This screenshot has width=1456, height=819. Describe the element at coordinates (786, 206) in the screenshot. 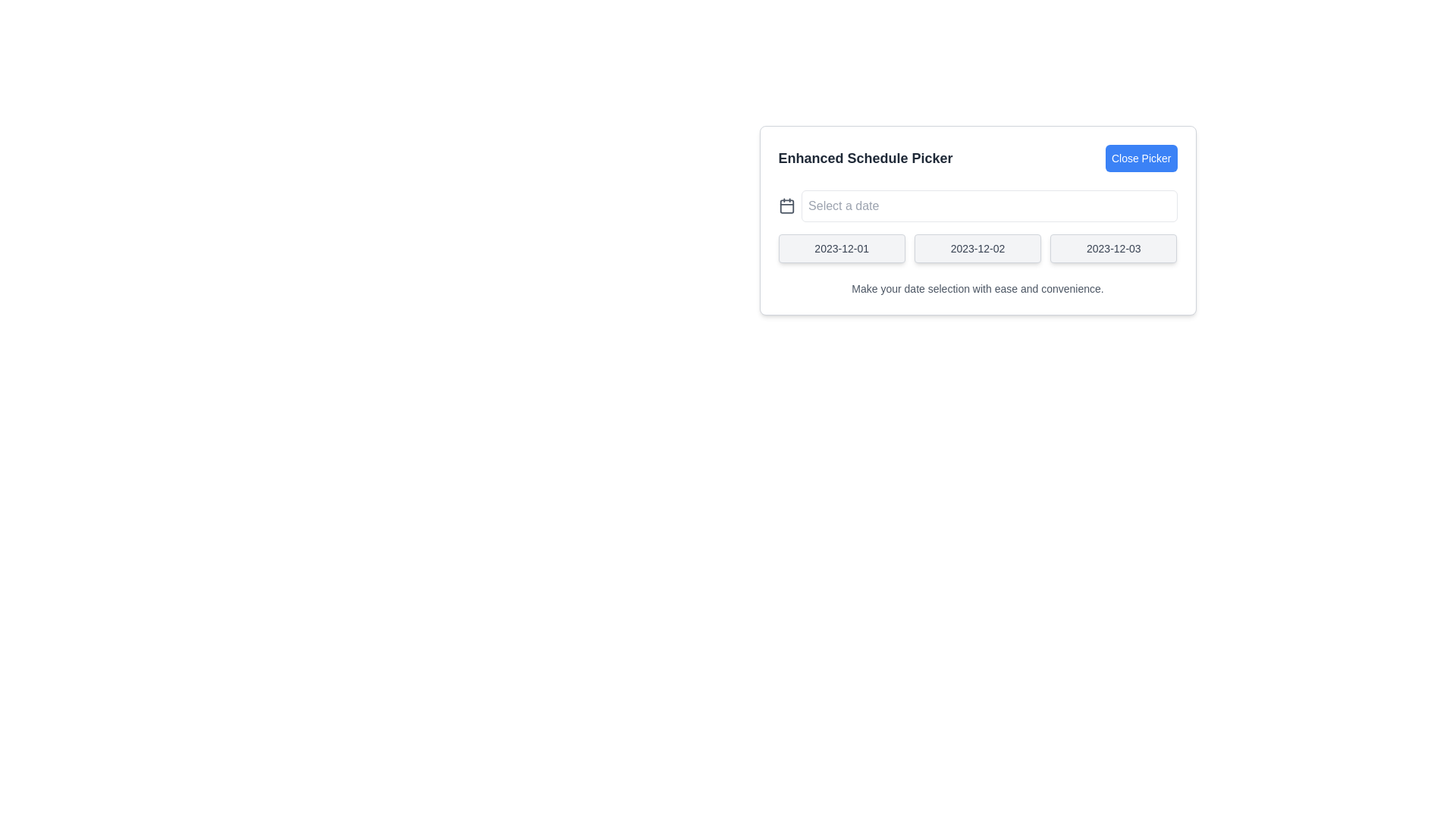

I see `the date selection button/icon located near the left edge of the date picker input box` at that location.